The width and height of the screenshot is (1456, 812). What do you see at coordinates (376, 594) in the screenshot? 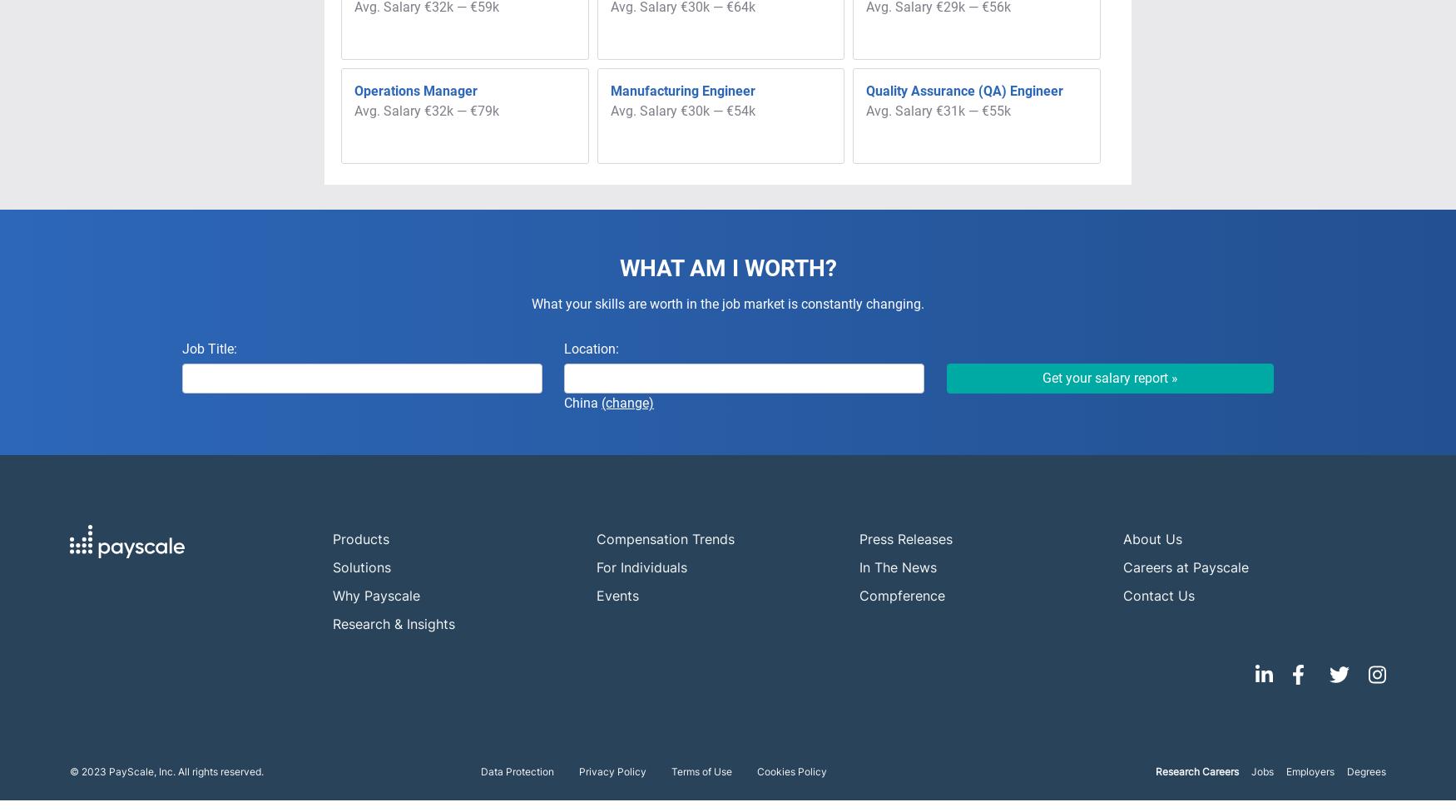
I see `'Why Payscale'` at bounding box center [376, 594].